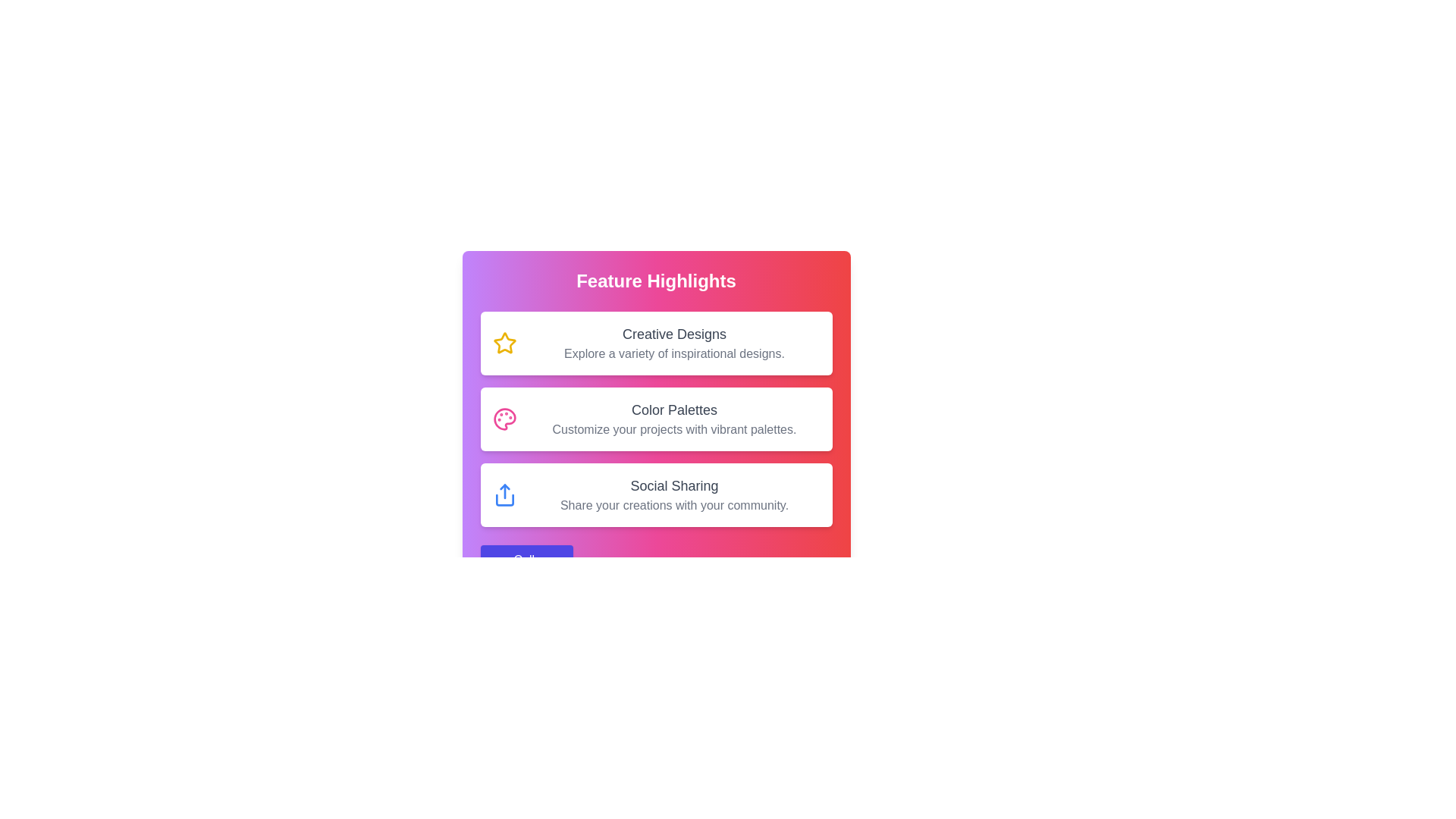  I want to click on the static descriptive text that explains the 'Social Sharing' feature, located directly below the heading 'Social Sharing' in the middle of the UI card block, so click(673, 506).